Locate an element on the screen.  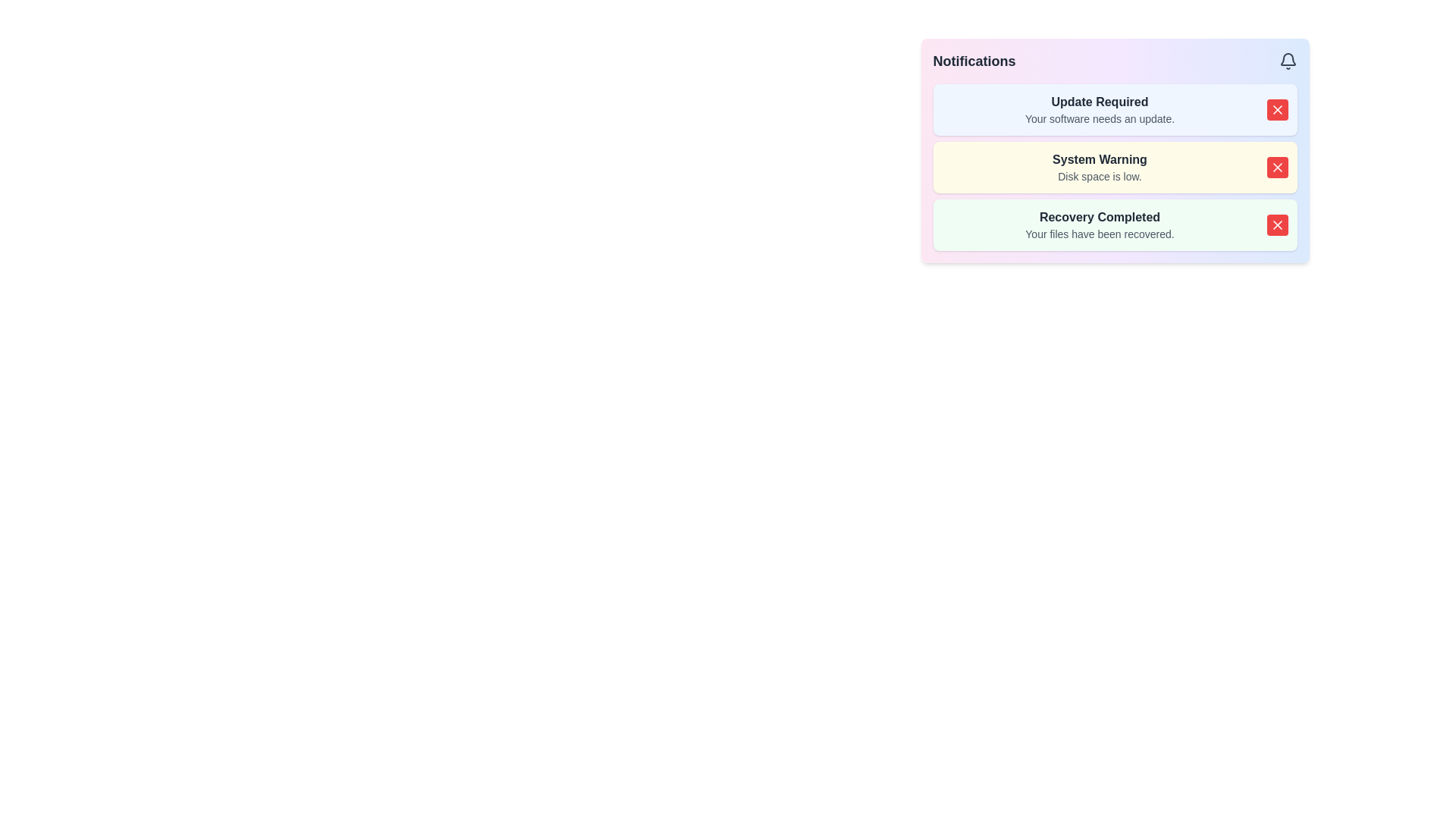
text content of the header Text Label located in the middle notification card of the notification panel, which summarizes the content of the notification is located at coordinates (1100, 160).